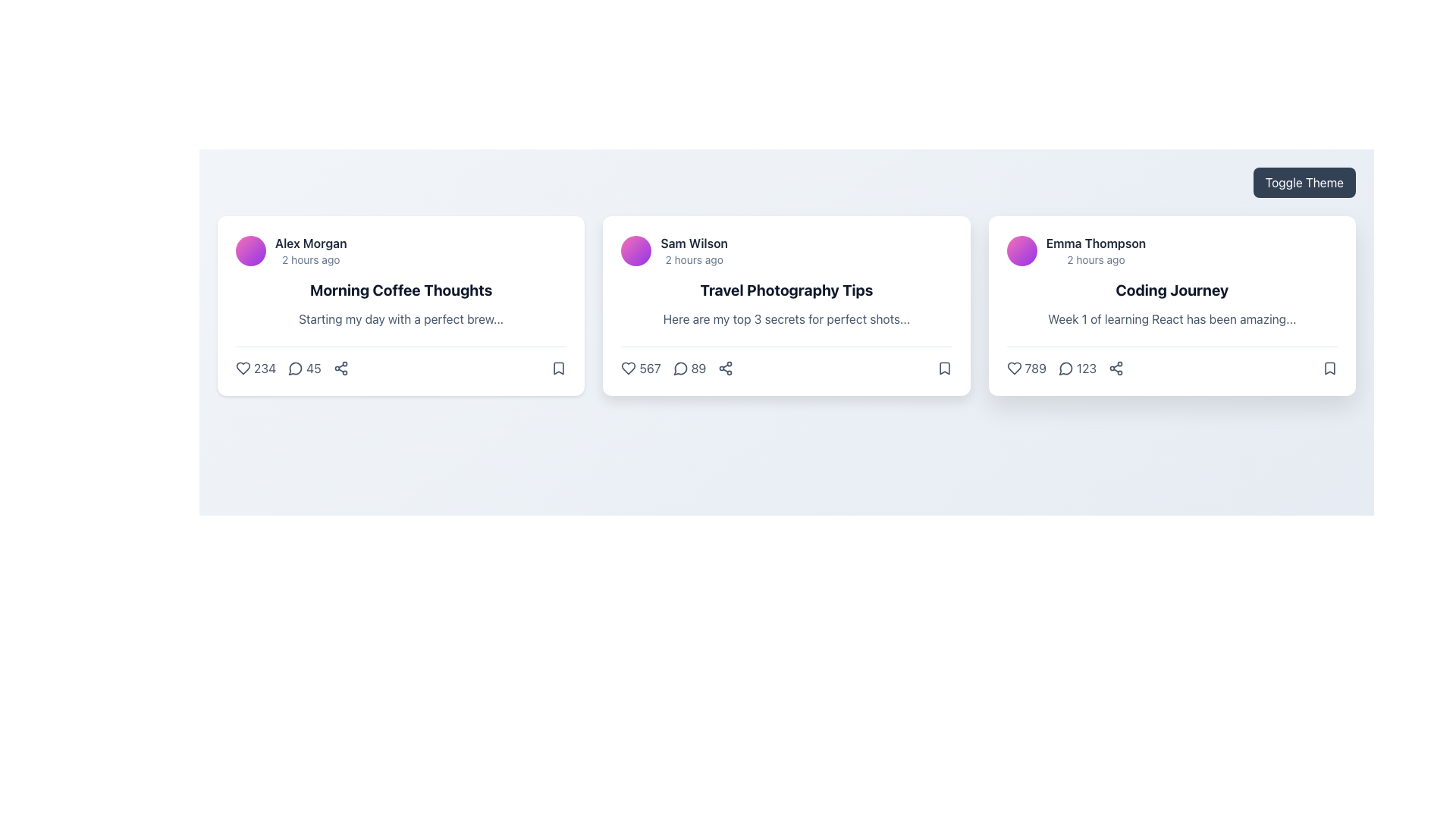 The image size is (1456, 819). I want to click on the like icon located at the bottom-left of the 'Travel Photography Tips' card, which is the first element in the group before the text '567', so click(629, 369).